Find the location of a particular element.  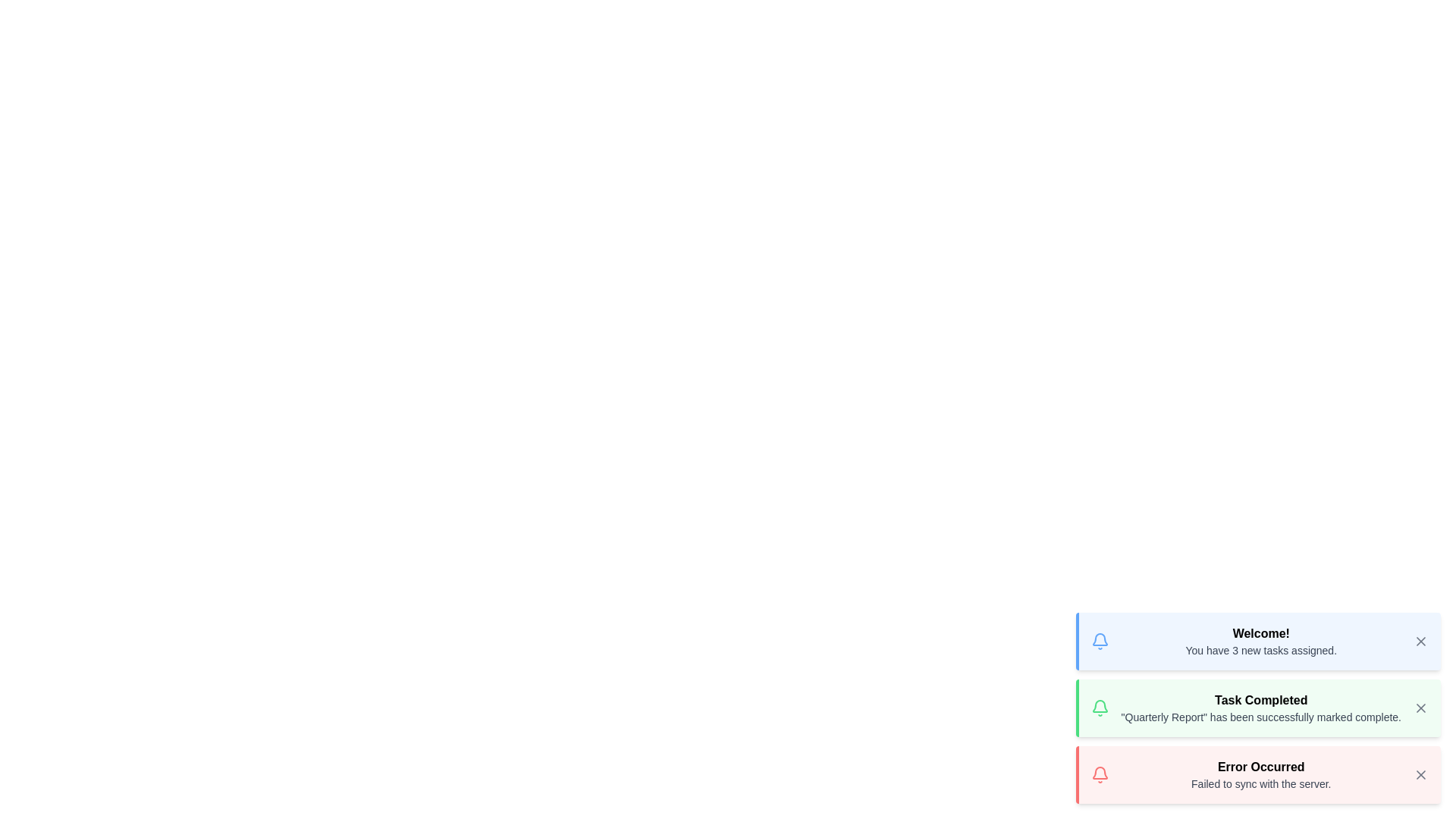

the static text label that informs the user about the number of new tasks assigned, located below the heading 'Welcome!' in the first notification box is located at coordinates (1261, 649).